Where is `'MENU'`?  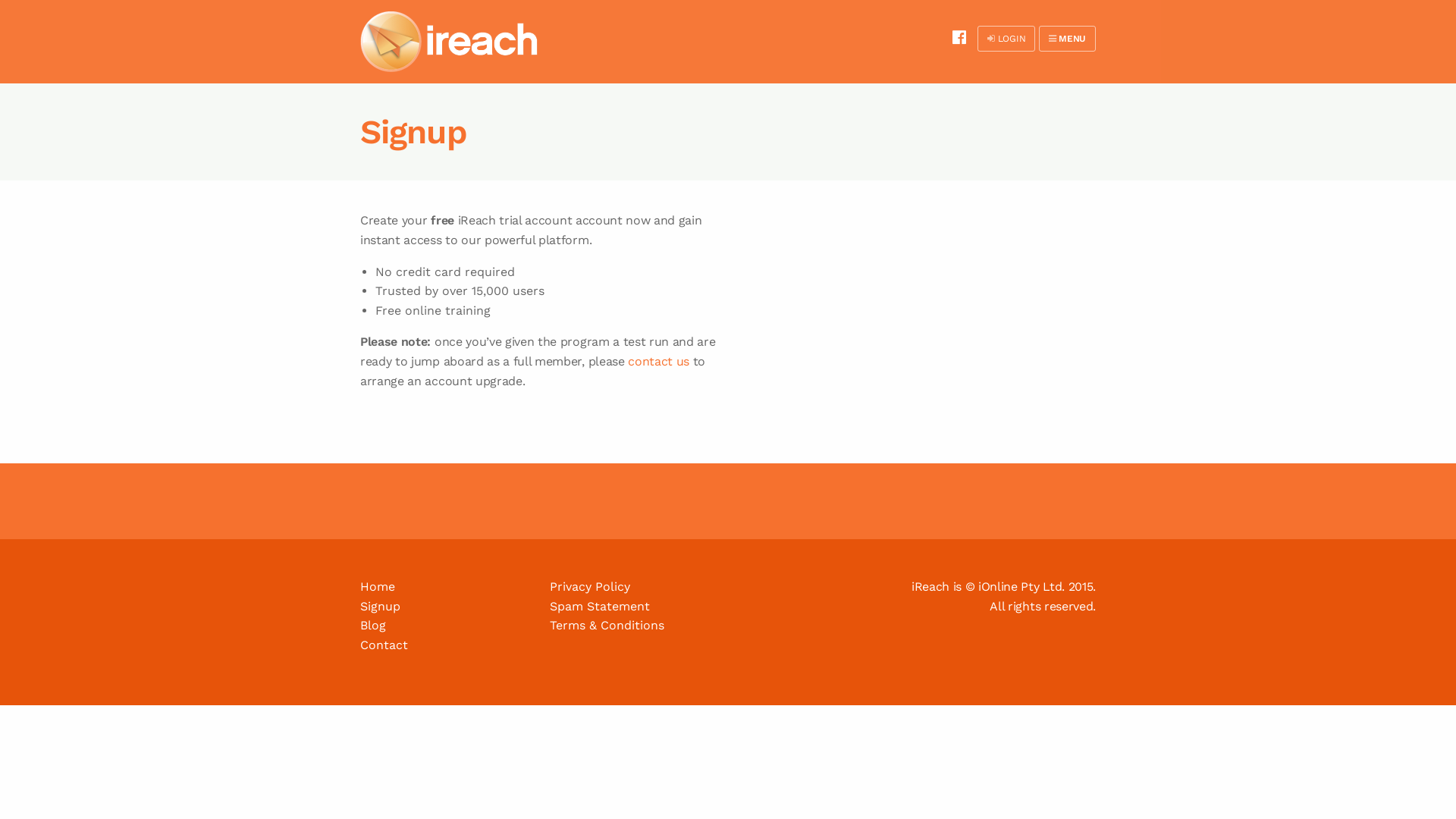 'MENU' is located at coordinates (1066, 37).